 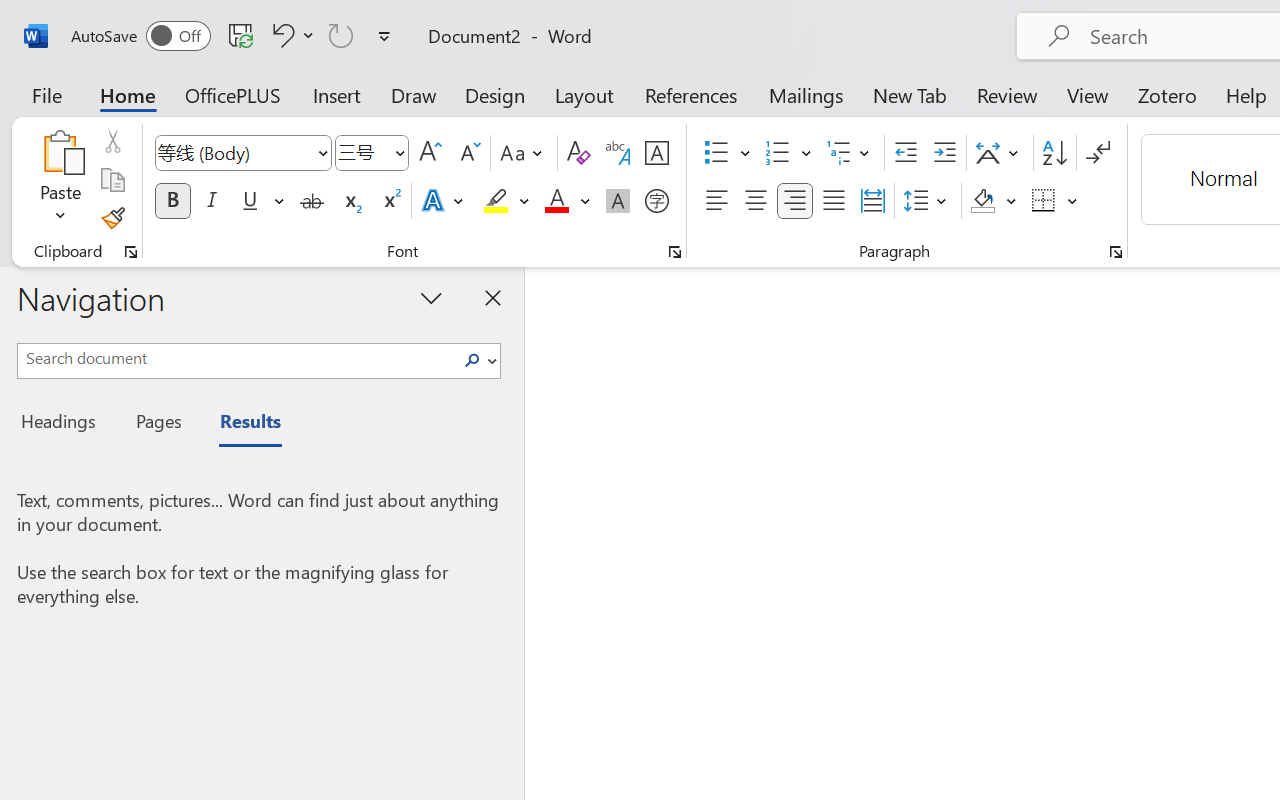 I want to click on 'View', so click(x=1087, y=94).